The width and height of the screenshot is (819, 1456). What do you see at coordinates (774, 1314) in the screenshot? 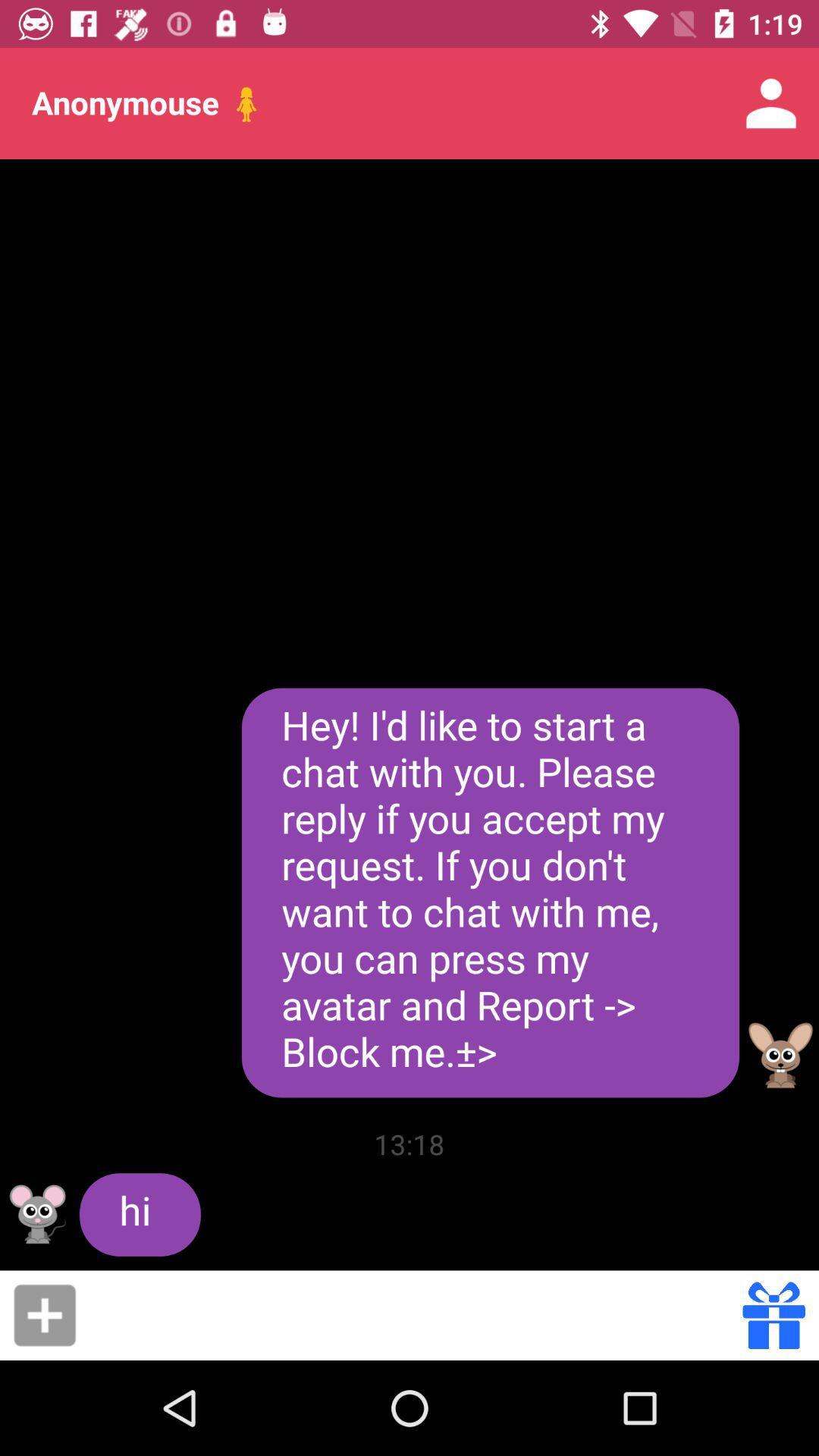
I see `the gift icon` at bounding box center [774, 1314].